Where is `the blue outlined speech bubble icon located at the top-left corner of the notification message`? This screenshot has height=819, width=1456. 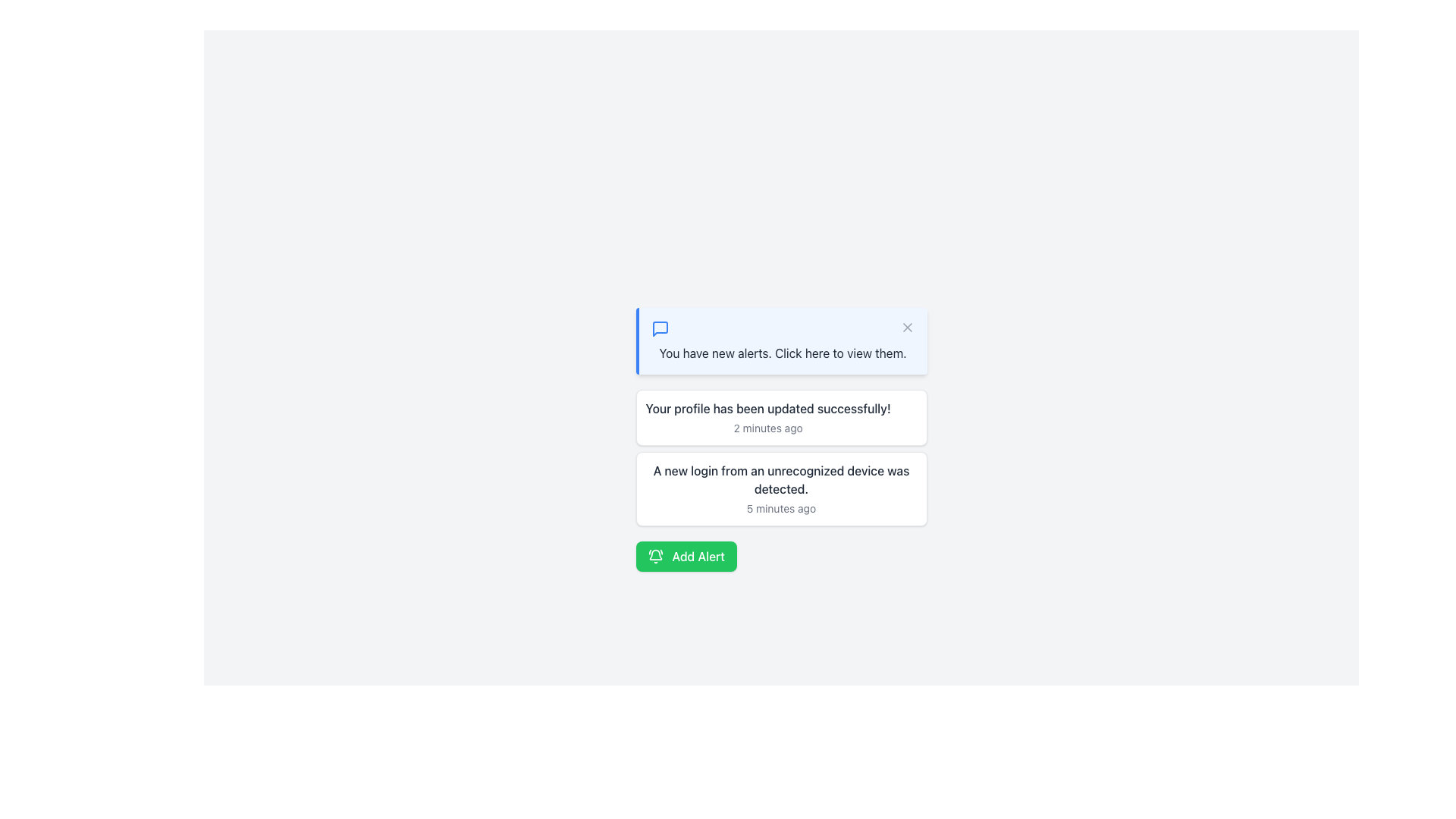
the blue outlined speech bubble icon located at the top-left corner of the notification message is located at coordinates (660, 328).